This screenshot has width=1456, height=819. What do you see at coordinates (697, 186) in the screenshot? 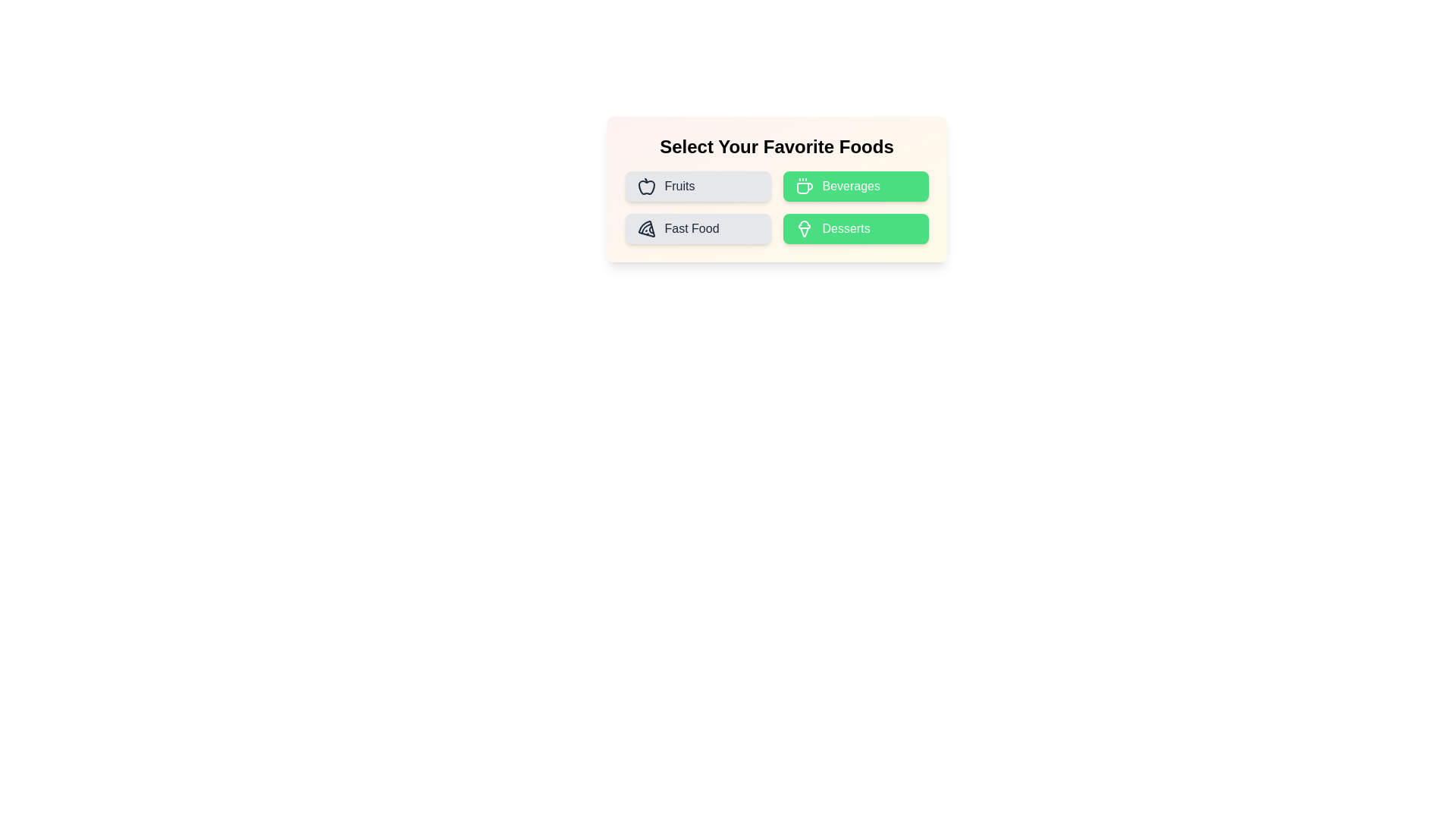
I see `the food category Fruits by clicking its corresponding button` at bounding box center [697, 186].